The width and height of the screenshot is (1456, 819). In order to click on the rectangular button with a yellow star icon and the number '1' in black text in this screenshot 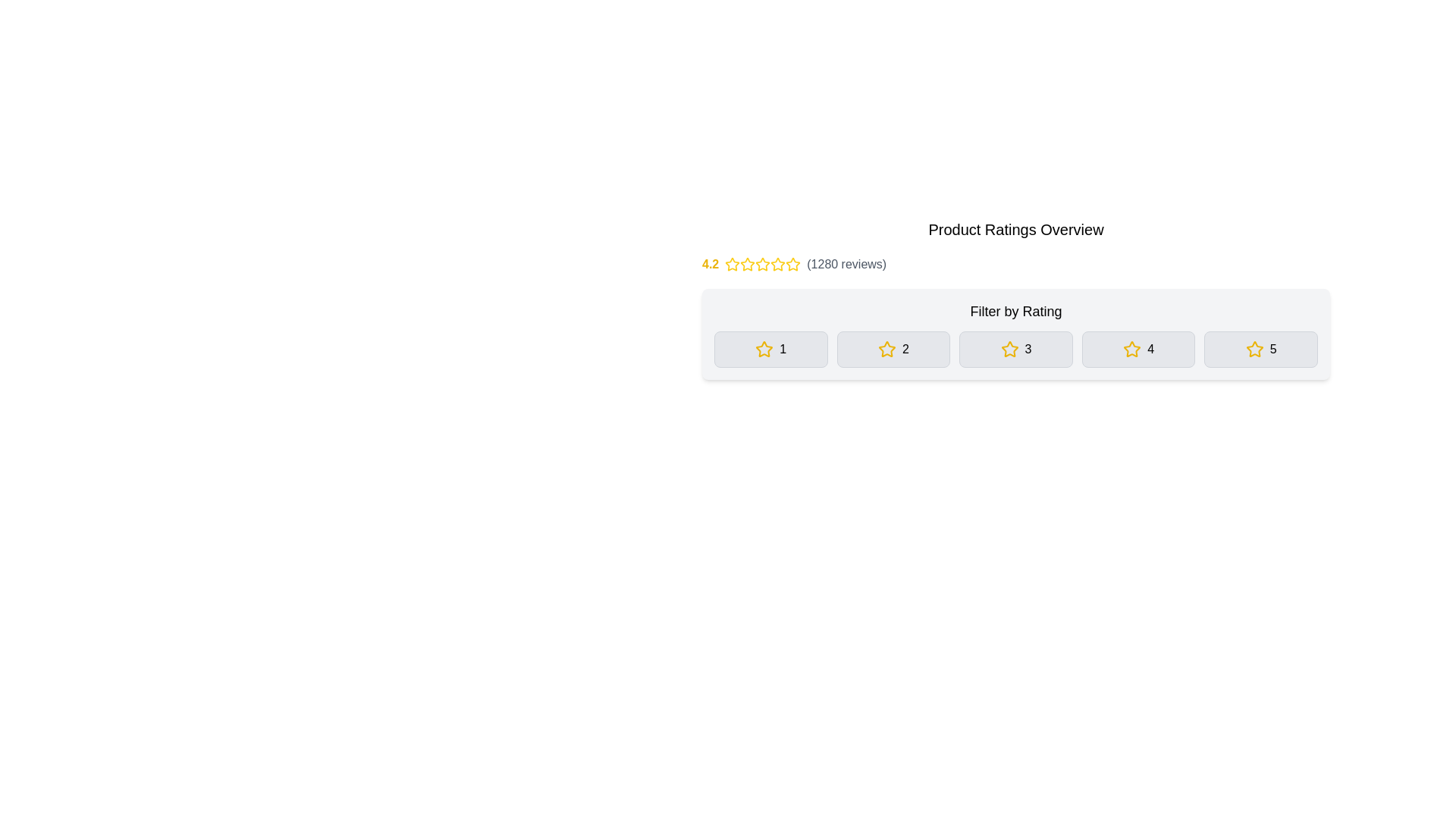, I will do `click(770, 350)`.